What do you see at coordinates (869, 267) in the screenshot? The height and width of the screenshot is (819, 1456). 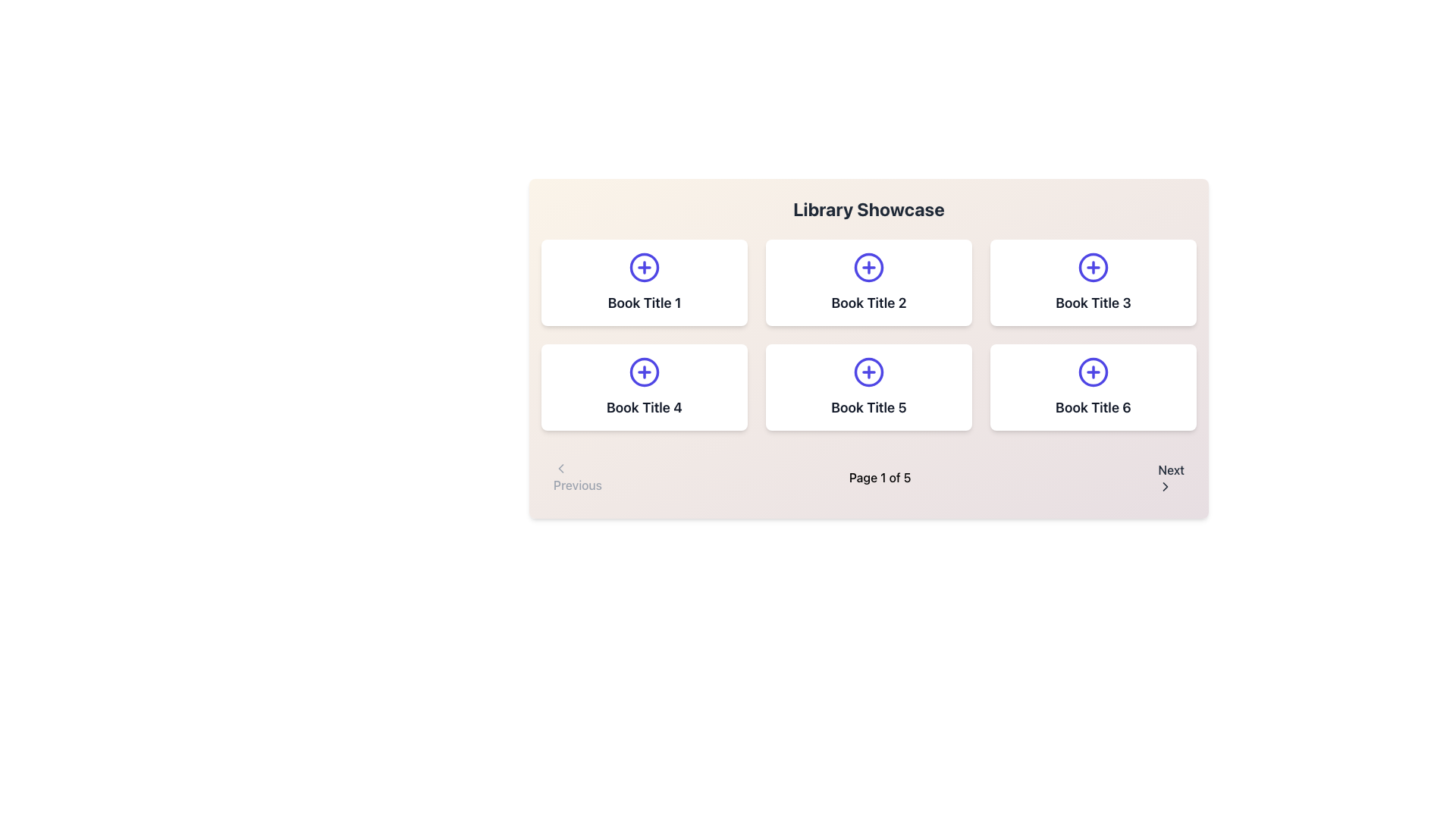 I see `the icon in the second panel of the interface grid labeled 'Book Title 2'` at bounding box center [869, 267].